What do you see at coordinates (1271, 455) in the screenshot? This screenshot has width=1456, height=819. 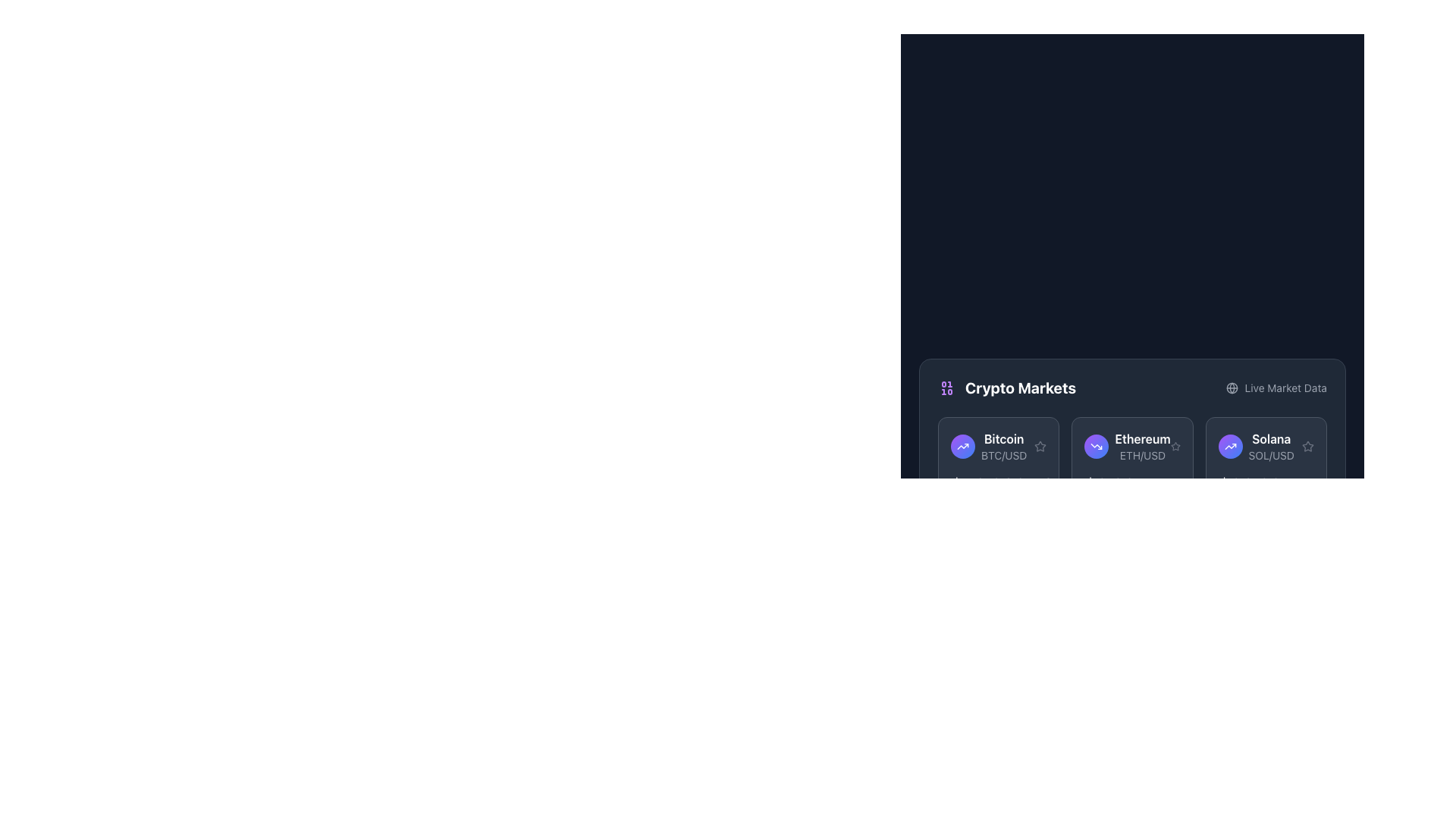 I see `the informational text displaying 'SOL/USD' located under the 'Solana' title in the cryptocurrency prices panel` at bounding box center [1271, 455].